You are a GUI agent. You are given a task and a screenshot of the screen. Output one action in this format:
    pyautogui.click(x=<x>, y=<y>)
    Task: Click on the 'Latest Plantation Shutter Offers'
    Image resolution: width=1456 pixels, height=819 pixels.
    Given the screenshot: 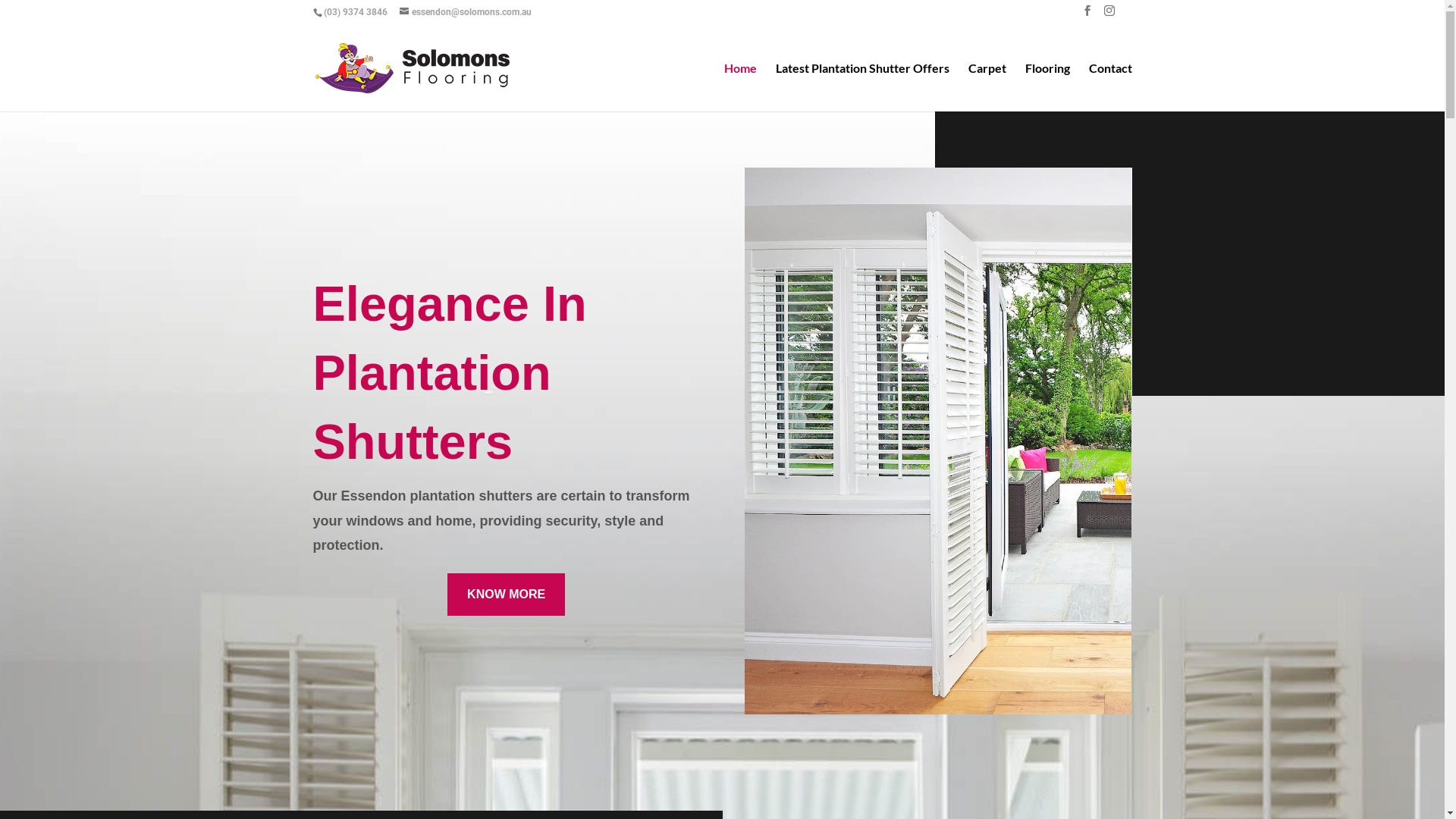 What is the action you would take?
    pyautogui.click(x=861, y=86)
    